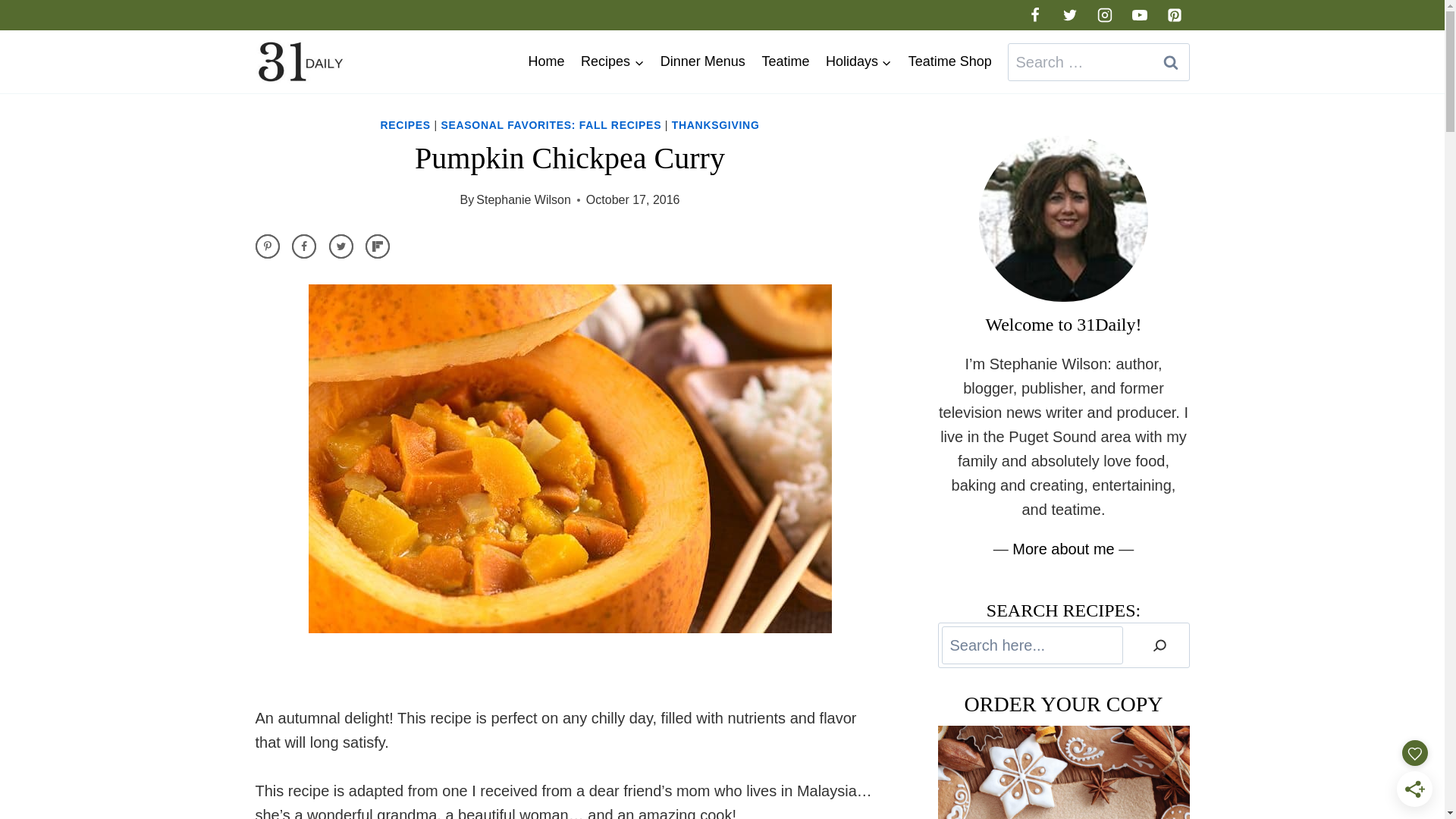 The height and width of the screenshot is (819, 1456). Describe the element at coordinates (523, 199) in the screenshot. I see `'Stephanie Wilson'` at that location.